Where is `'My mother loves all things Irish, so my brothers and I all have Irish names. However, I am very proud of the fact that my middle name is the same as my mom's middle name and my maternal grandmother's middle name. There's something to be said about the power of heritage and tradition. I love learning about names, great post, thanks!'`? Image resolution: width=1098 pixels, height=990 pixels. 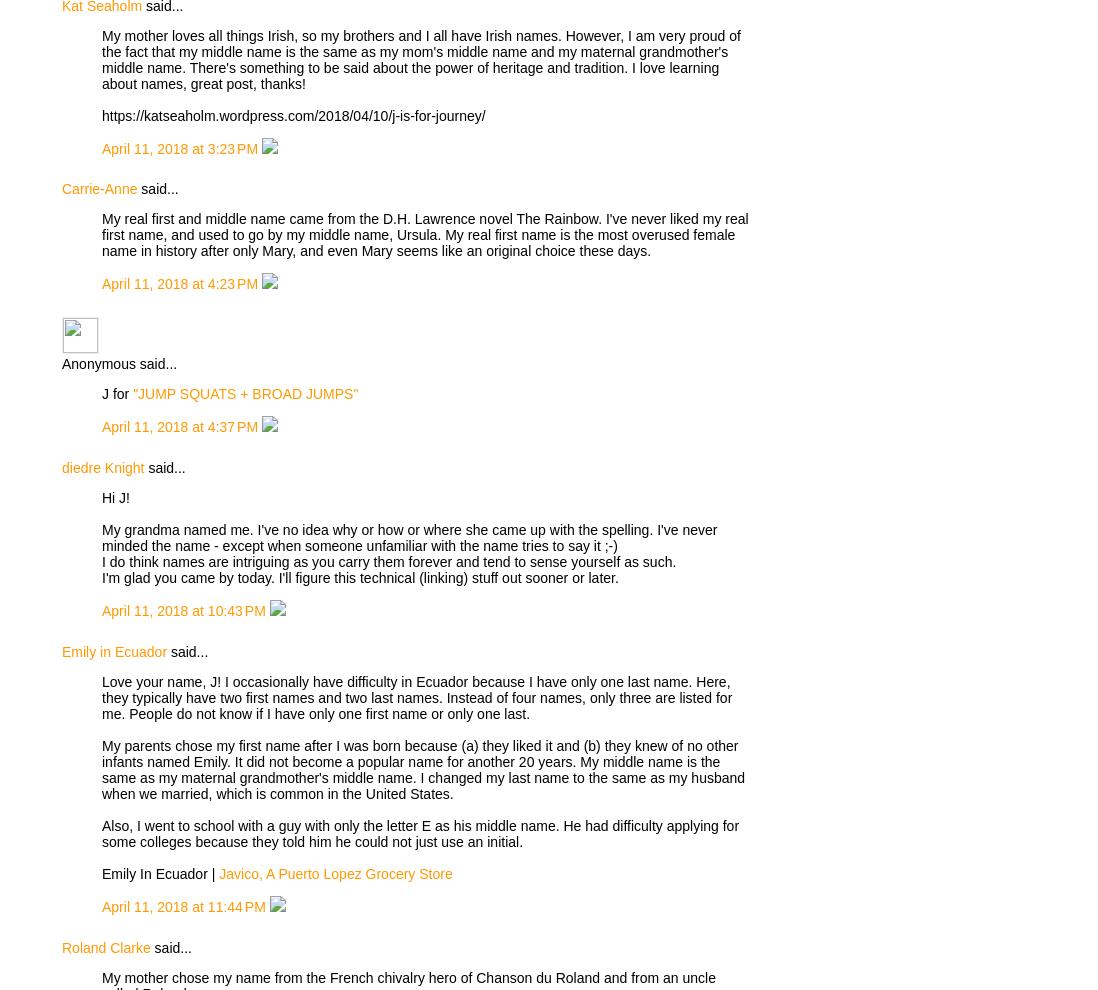 'My mother loves all things Irish, so my brothers and I all have Irish names. However, I am very proud of the fact that my middle name is the same as my mom's middle name and my maternal grandmother's middle name. There's something to be said about the power of heritage and tradition. I love learning about names, great post, thanks!' is located at coordinates (419, 59).